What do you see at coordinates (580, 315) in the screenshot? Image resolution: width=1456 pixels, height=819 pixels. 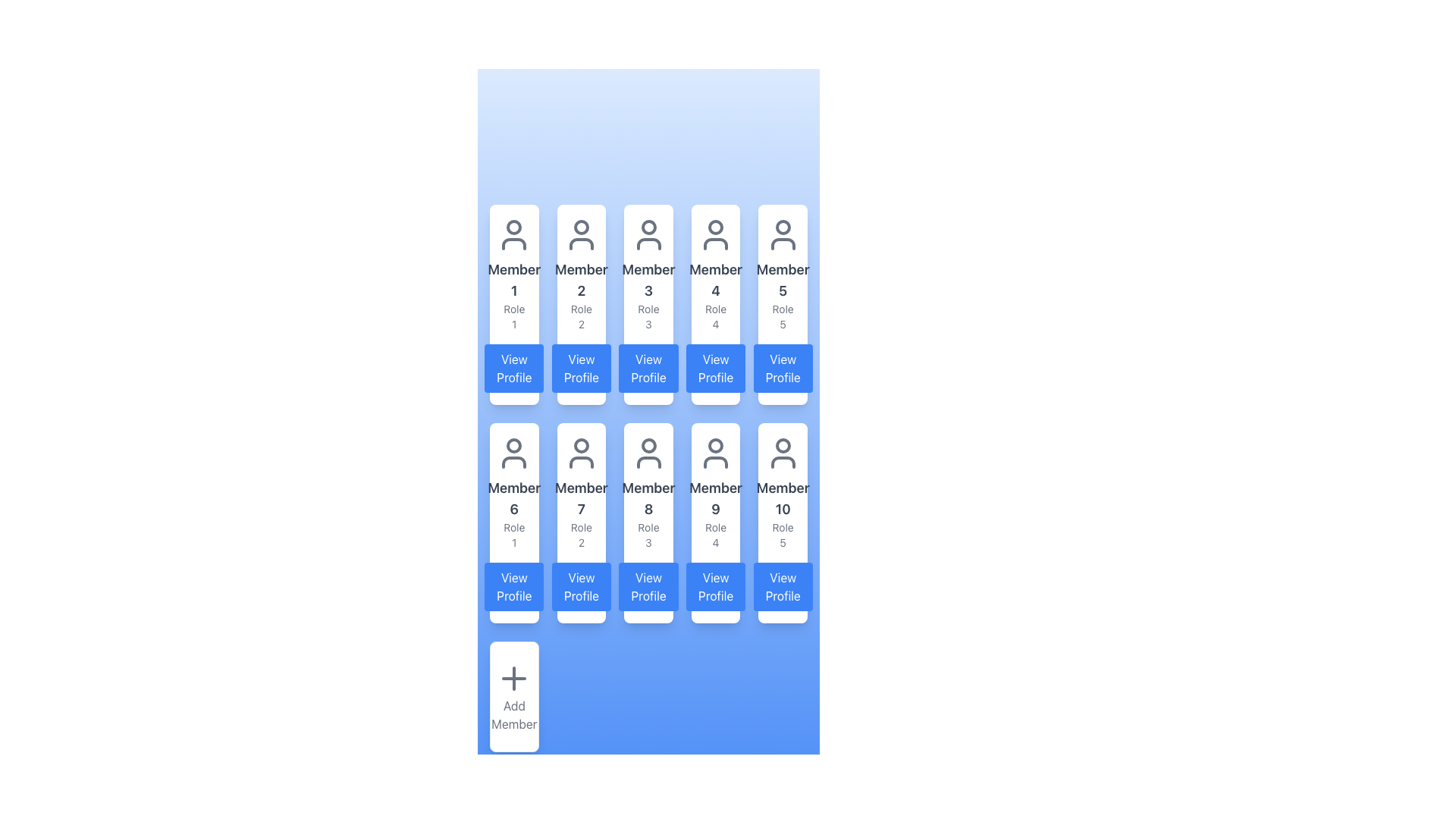 I see `the text label displaying 'Role 2', which is styled in a smaller font size and uses a subdued gray color, located immediately below 'Member 2'` at bounding box center [580, 315].